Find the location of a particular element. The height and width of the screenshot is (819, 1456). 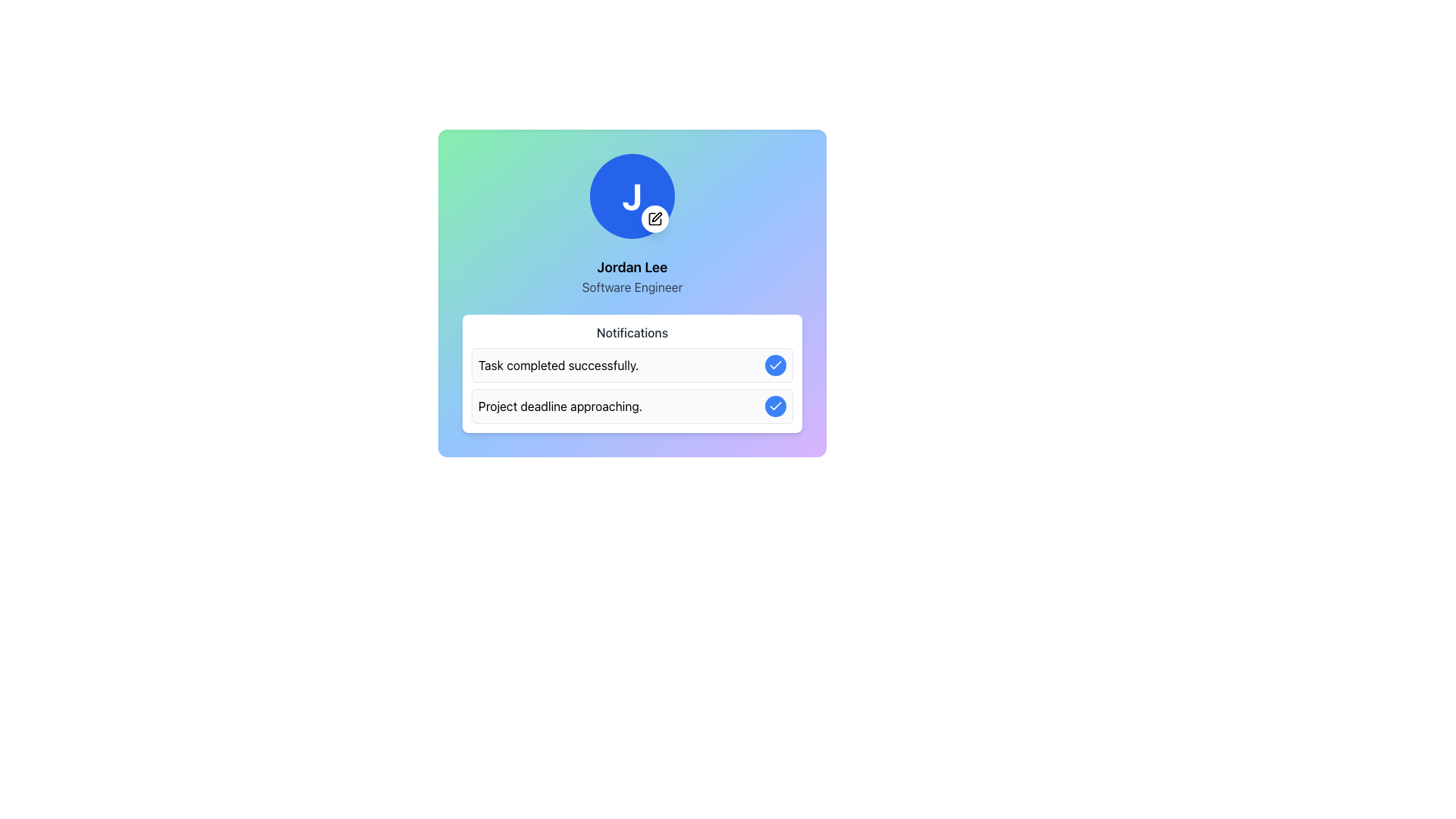

the icon that marks the second notification as completed or acknowledged, located on the right side of the second notification item in the list under the 'Notifications' header is located at coordinates (775, 406).